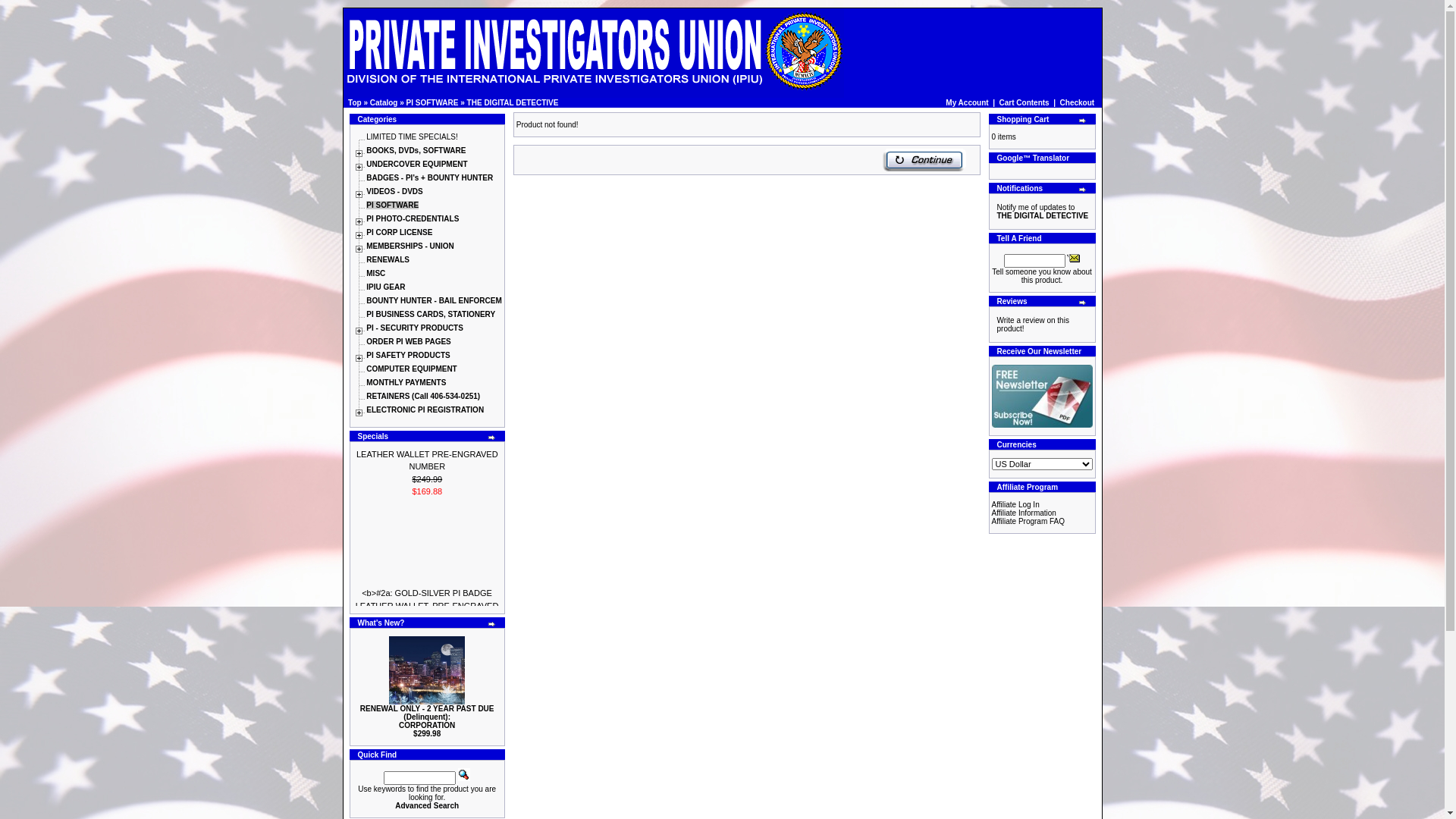 The image size is (1456, 819). Describe the element at coordinates (882, 160) in the screenshot. I see `' Continue '` at that location.